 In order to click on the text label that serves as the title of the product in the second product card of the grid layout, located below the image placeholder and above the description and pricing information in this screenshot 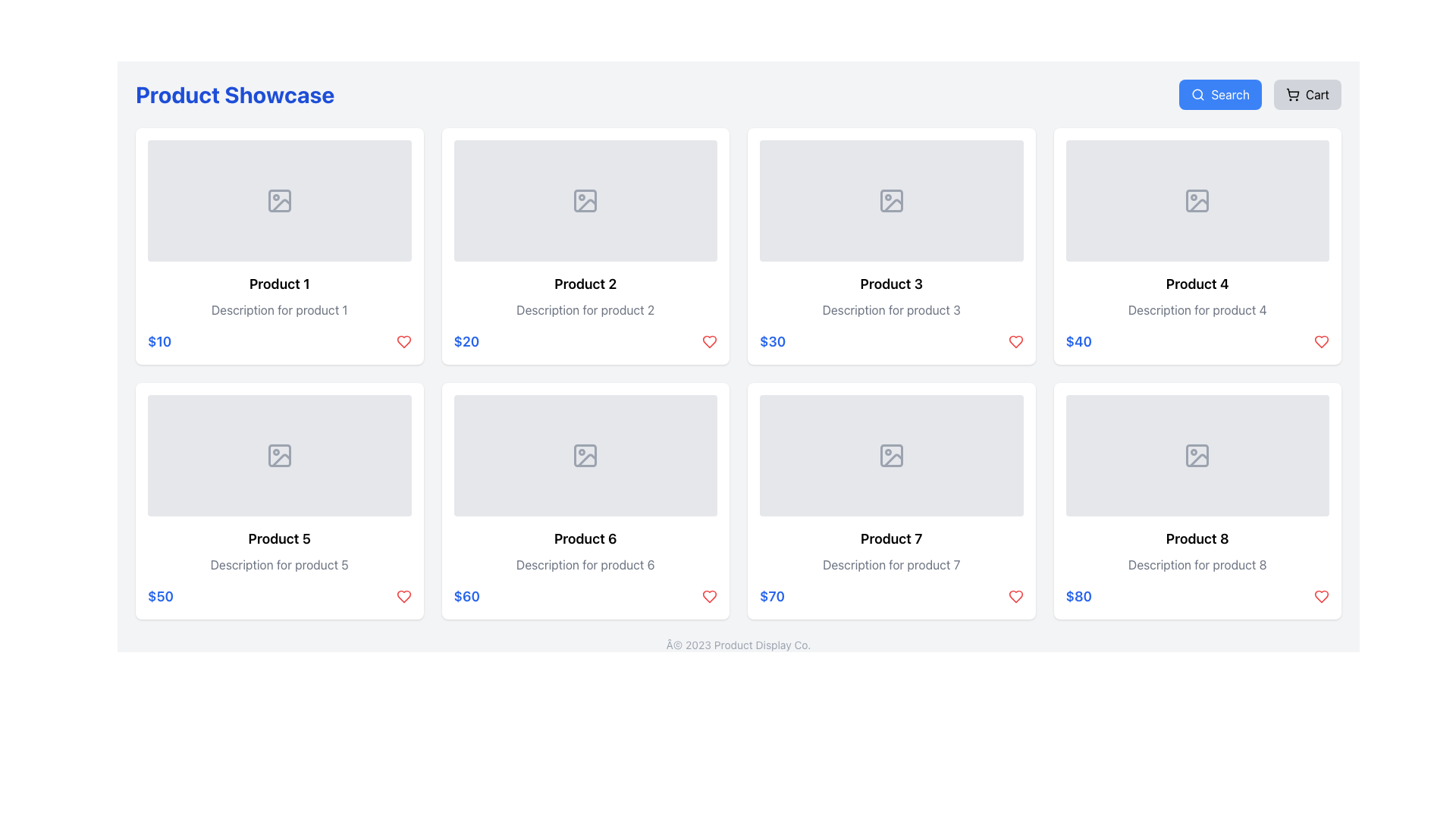, I will do `click(585, 284)`.